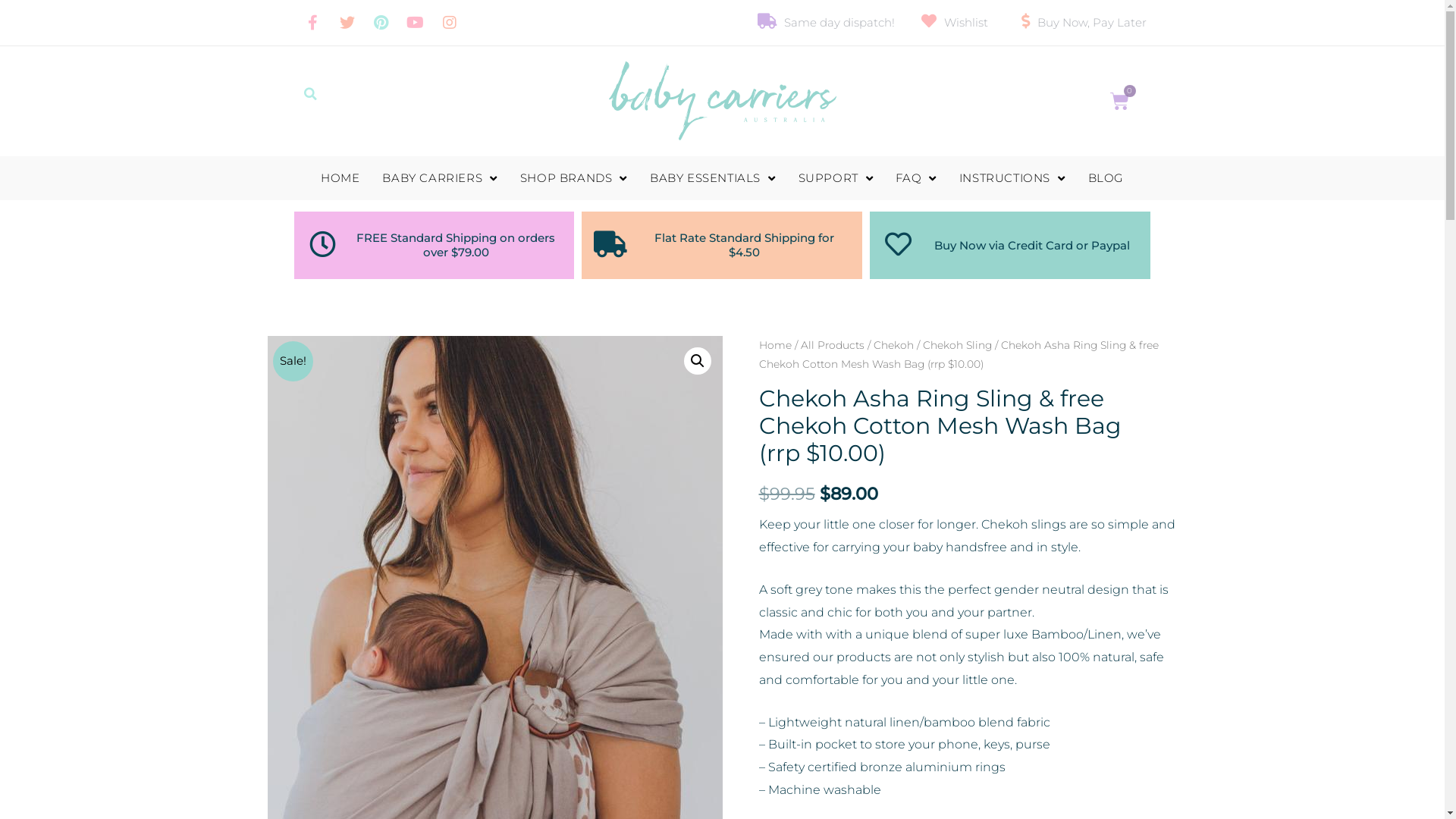  Describe the element at coordinates (835, 177) in the screenshot. I see `'SUPPORT'` at that location.